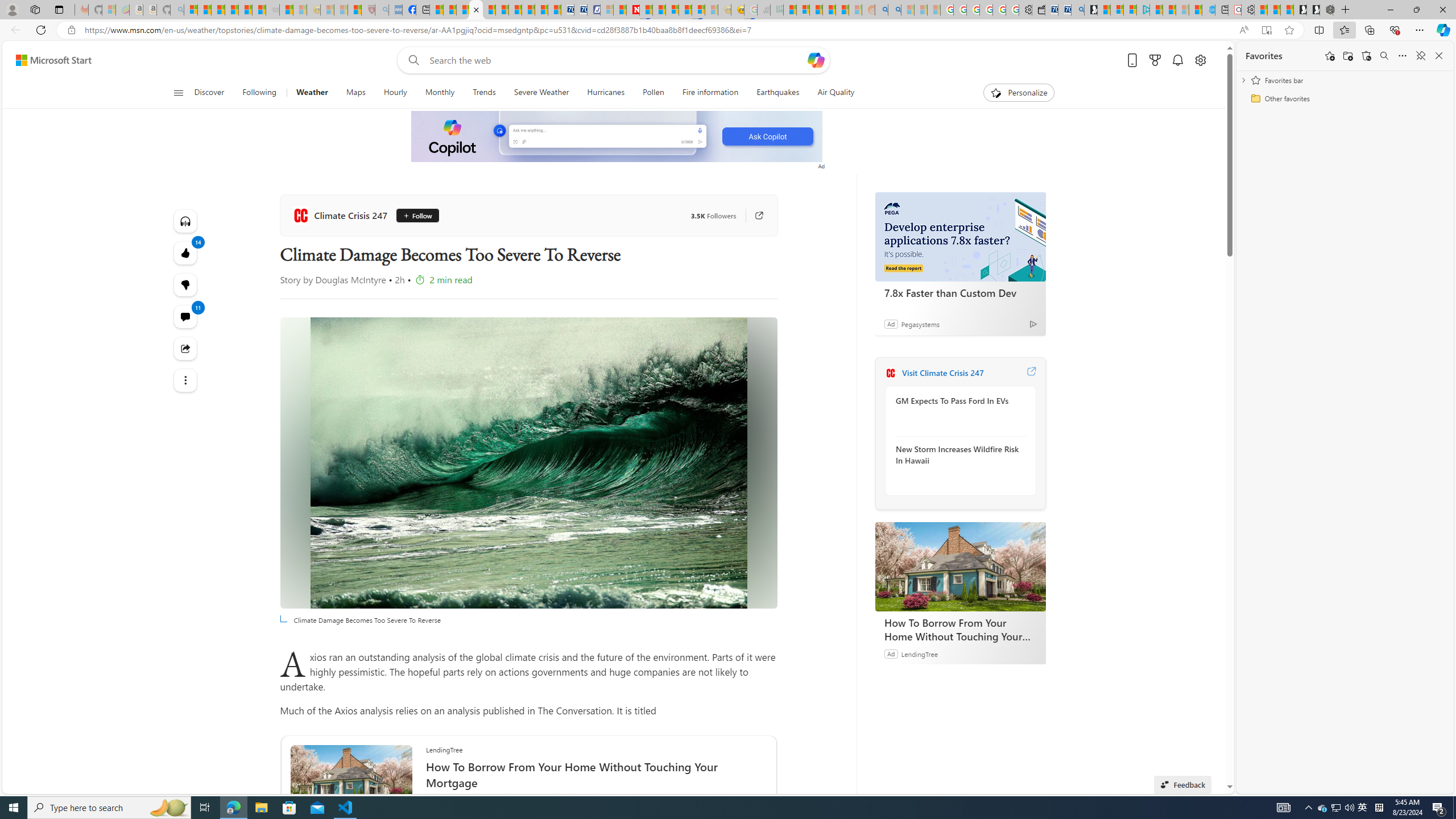 The width and height of the screenshot is (1456, 819). Describe the element at coordinates (617, 59) in the screenshot. I see `'Enter your search term'` at that location.